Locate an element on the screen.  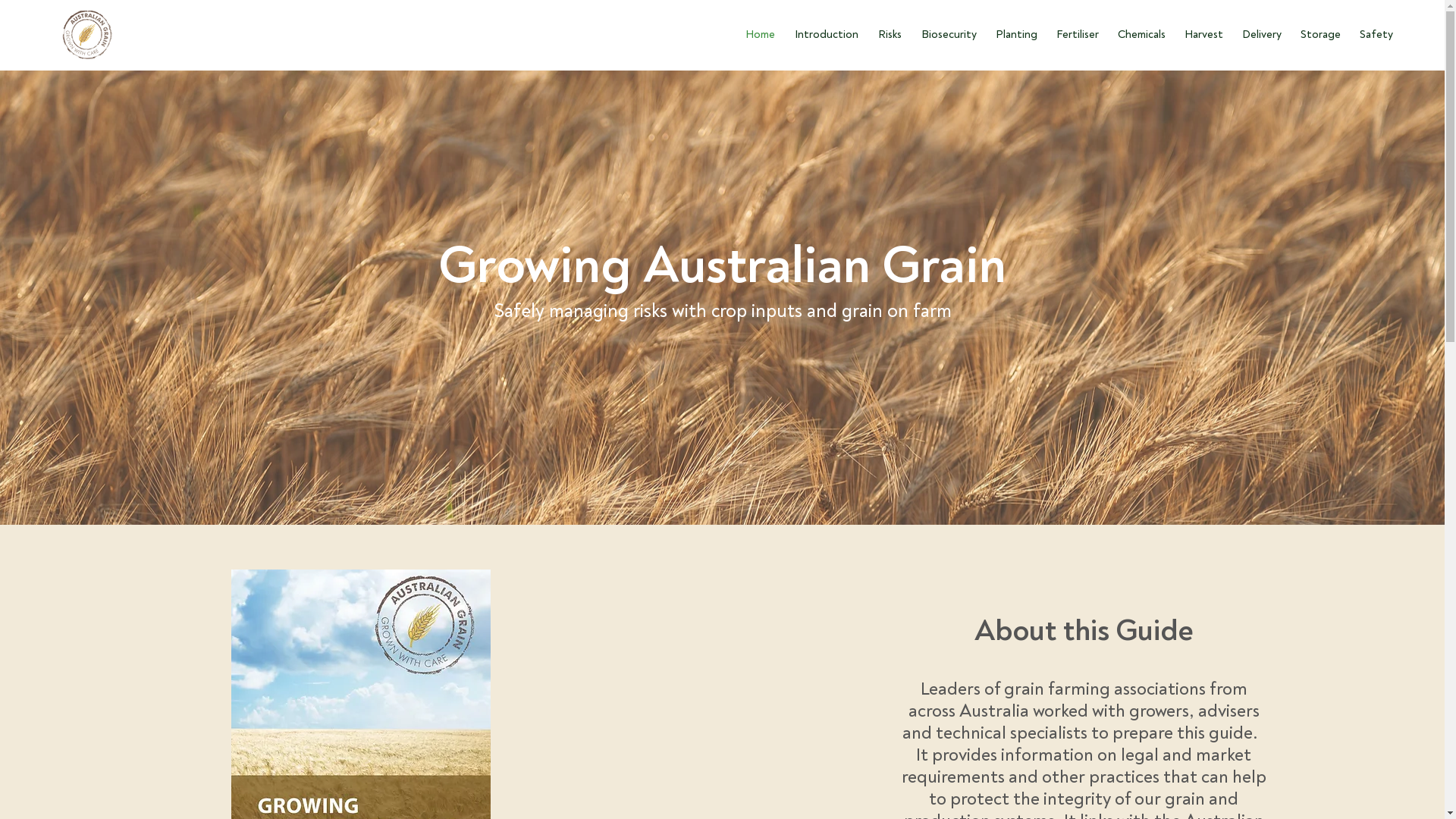
'Planting' is located at coordinates (1015, 34).